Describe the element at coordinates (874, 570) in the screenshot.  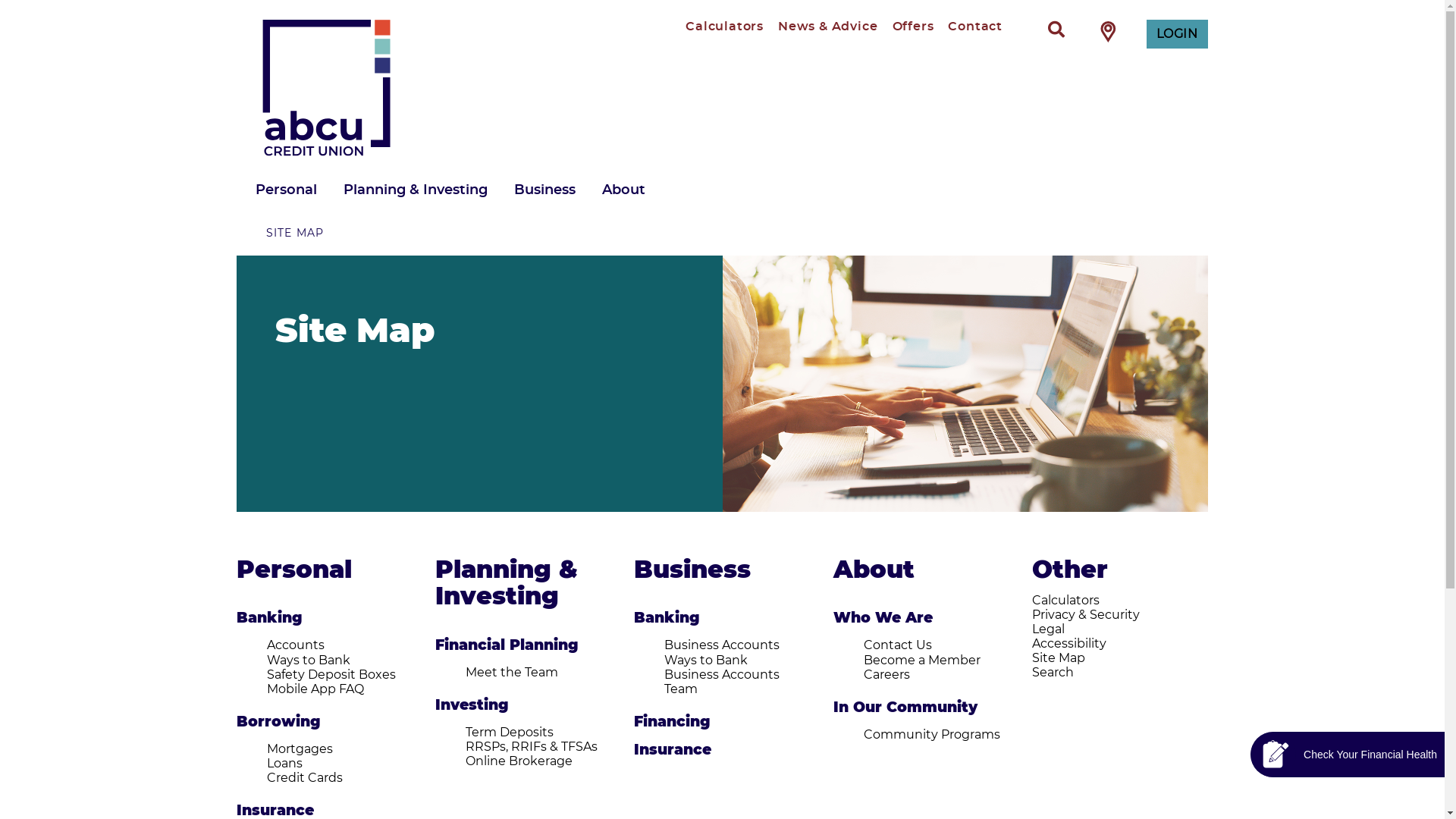
I see `'About'` at that location.